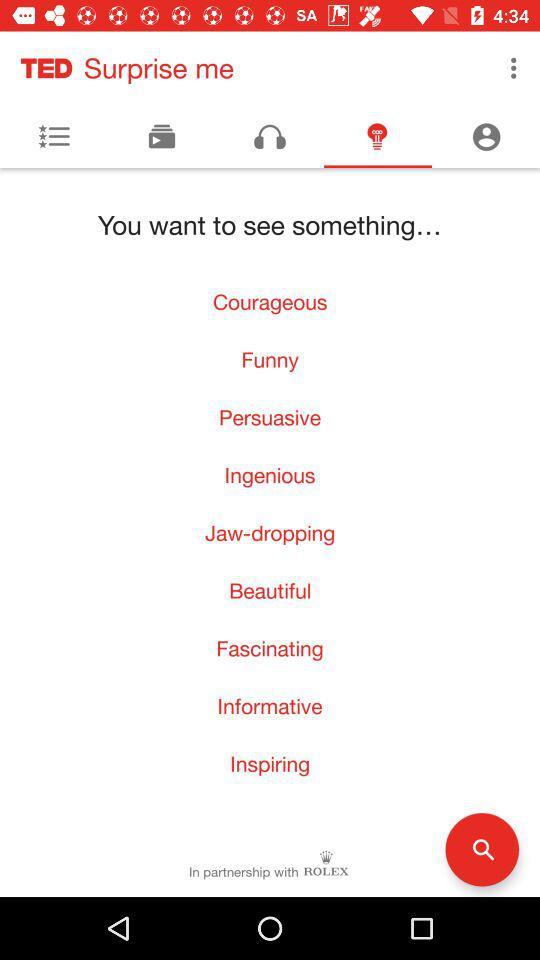 The width and height of the screenshot is (540, 960). What do you see at coordinates (270, 647) in the screenshot?
I see `fascinating icon` at bounding box center [270, 647].